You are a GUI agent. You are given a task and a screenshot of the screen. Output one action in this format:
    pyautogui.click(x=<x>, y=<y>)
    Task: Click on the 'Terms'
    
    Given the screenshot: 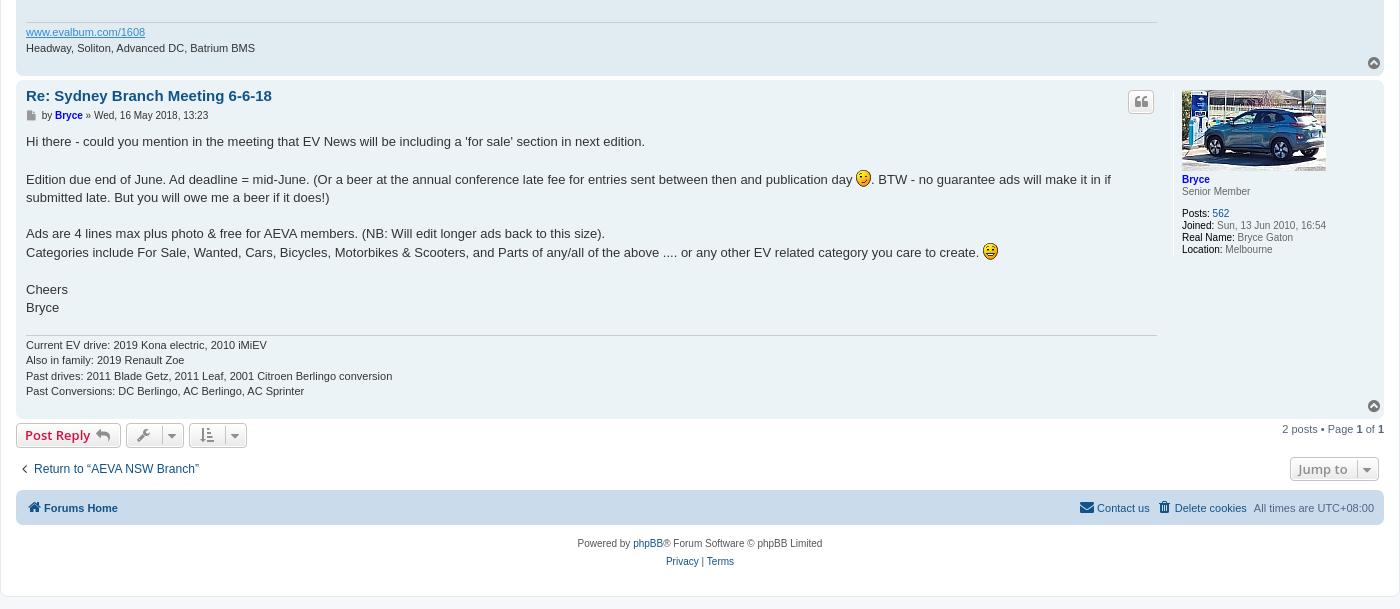 What is the action you would take?
    pyautogui.click(x=719, y=560)
    